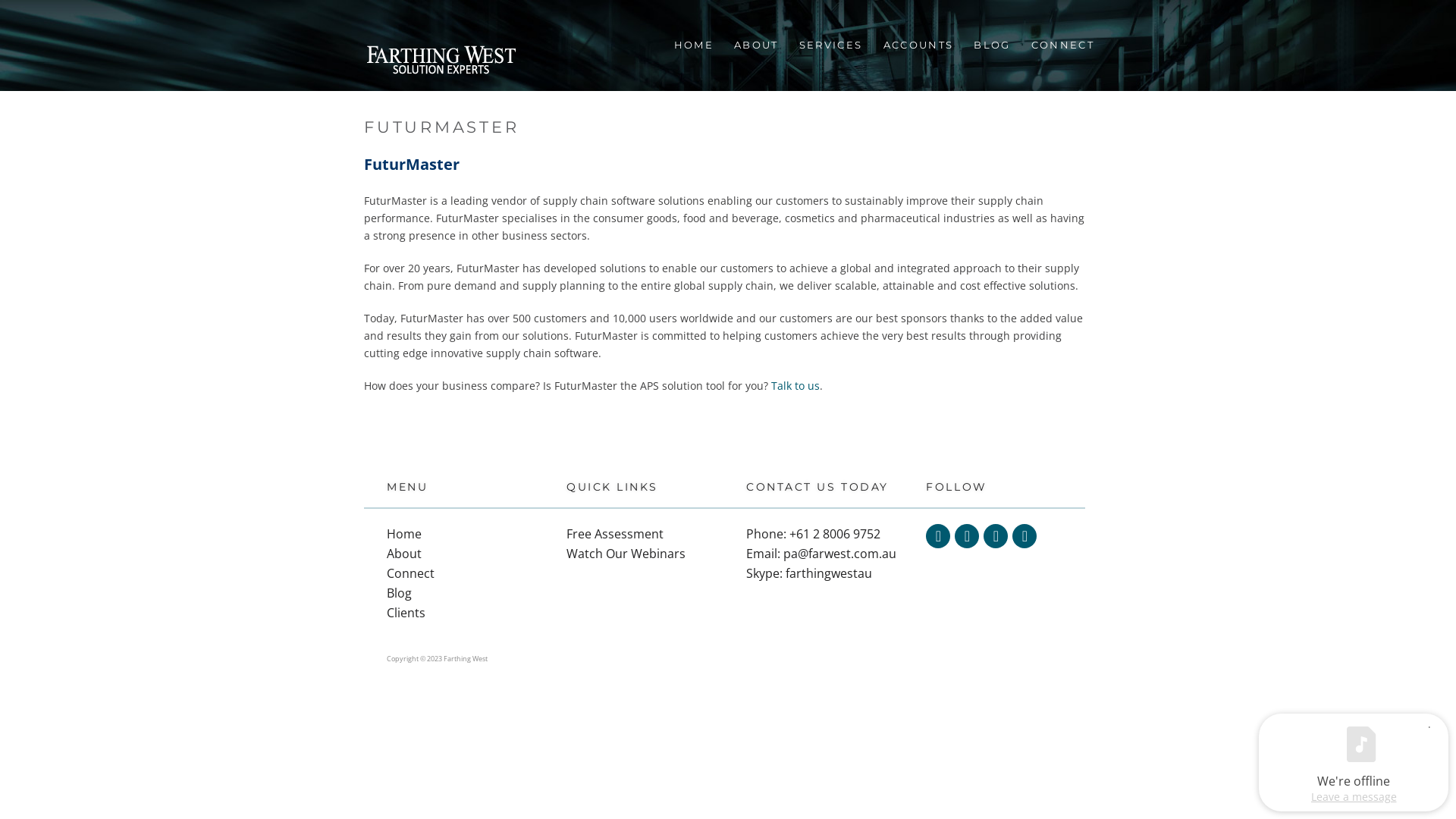  Describe the element at coordinates (795, 384) in the screenshot. I see `'Talk to us'` at that location.